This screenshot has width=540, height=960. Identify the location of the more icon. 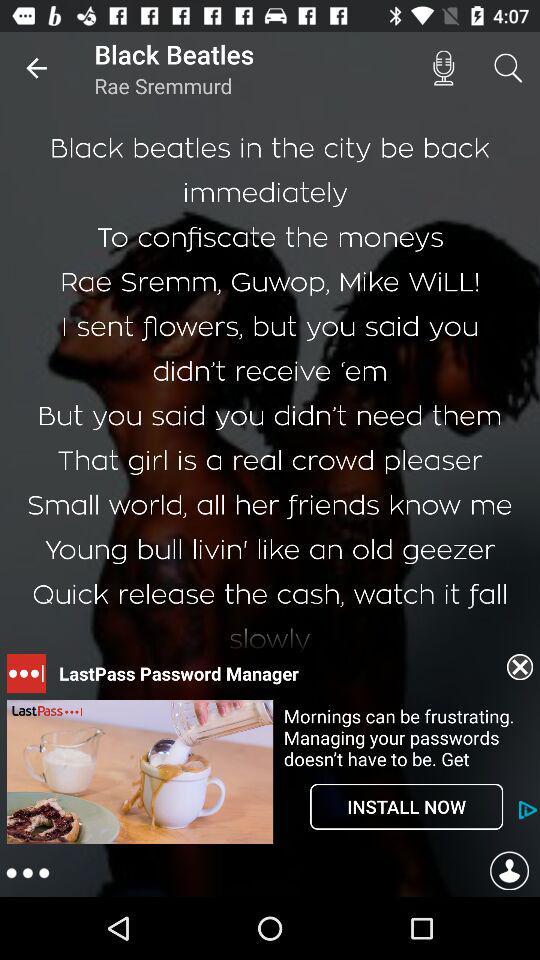
(26, 872).